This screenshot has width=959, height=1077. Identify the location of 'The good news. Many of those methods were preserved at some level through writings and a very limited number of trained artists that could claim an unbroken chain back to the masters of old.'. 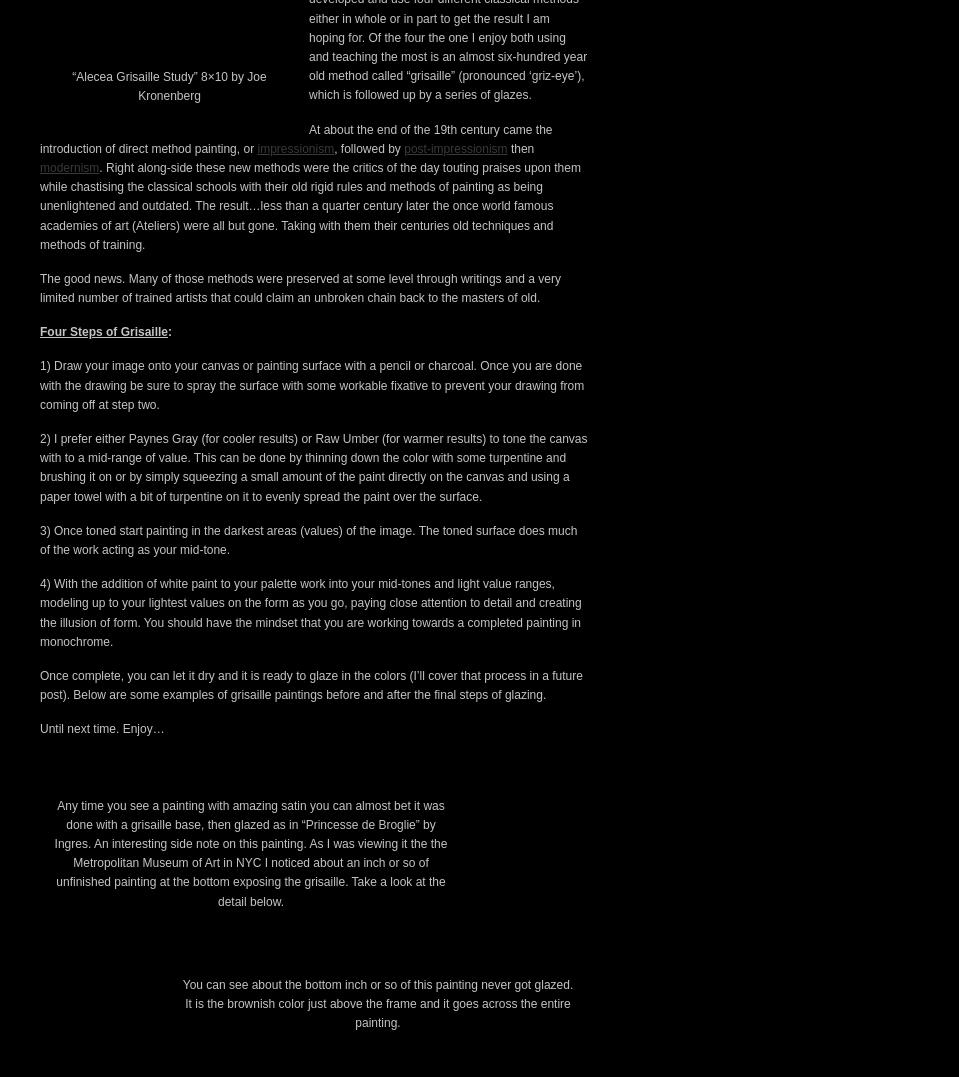
(38, 630).